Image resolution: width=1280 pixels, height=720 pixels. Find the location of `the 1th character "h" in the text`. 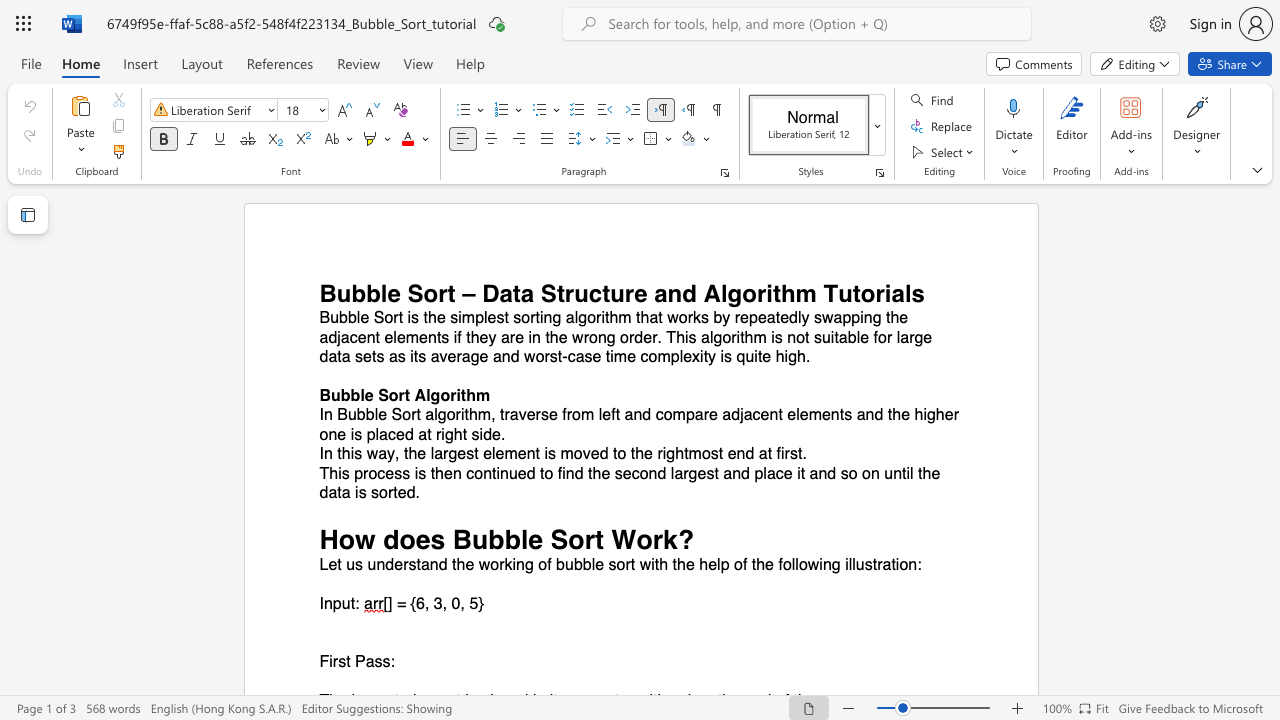

the 1th character "h" in the text is located at coordinates (787, 293).